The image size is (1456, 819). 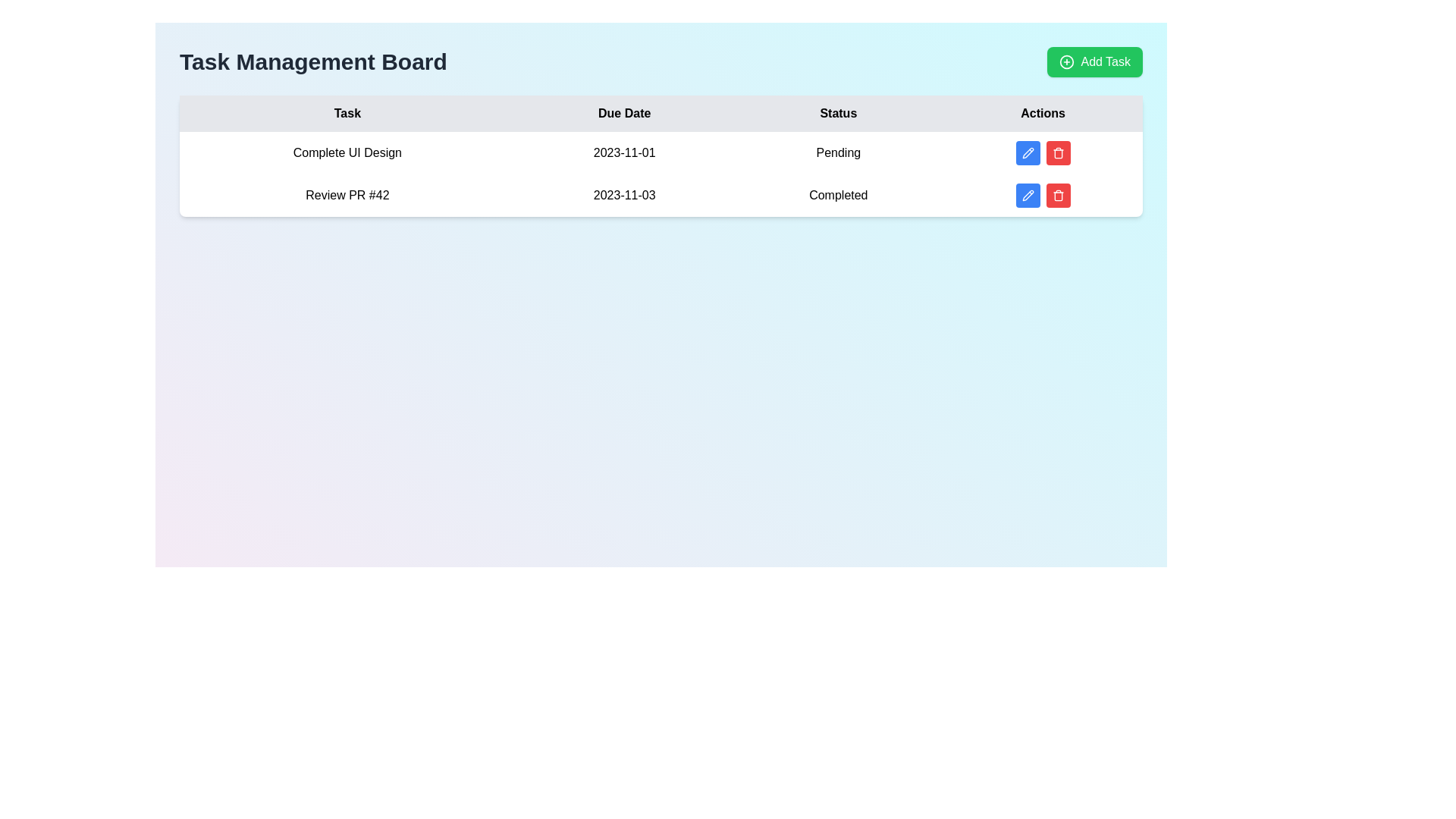 What do you see at coordinates (1057, 152) in the screenshot?
I see `the red 'trash can' icon button with white text located on the right side of the 'Actions' column in the second row of the data table` at bounding box center [1057, 152].